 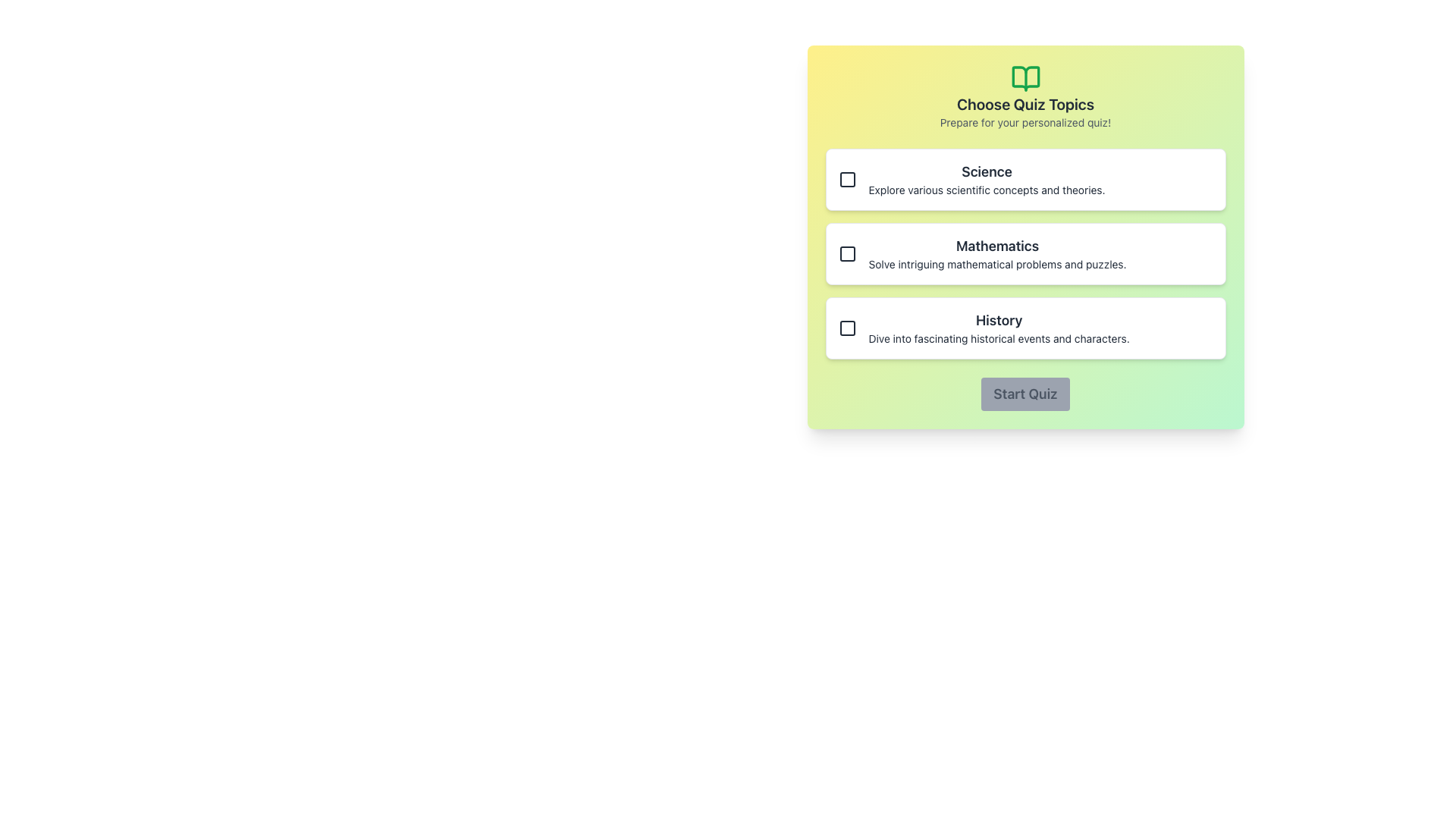 What do you see at coordinates (999, 338) in the screenshot?
I see `the descriptive text reading 'Dive into fascinating historical events and characters.', which is styled in a smaller muted gray font and positioned below the 'History' heading` at bounding box center [999, 338].